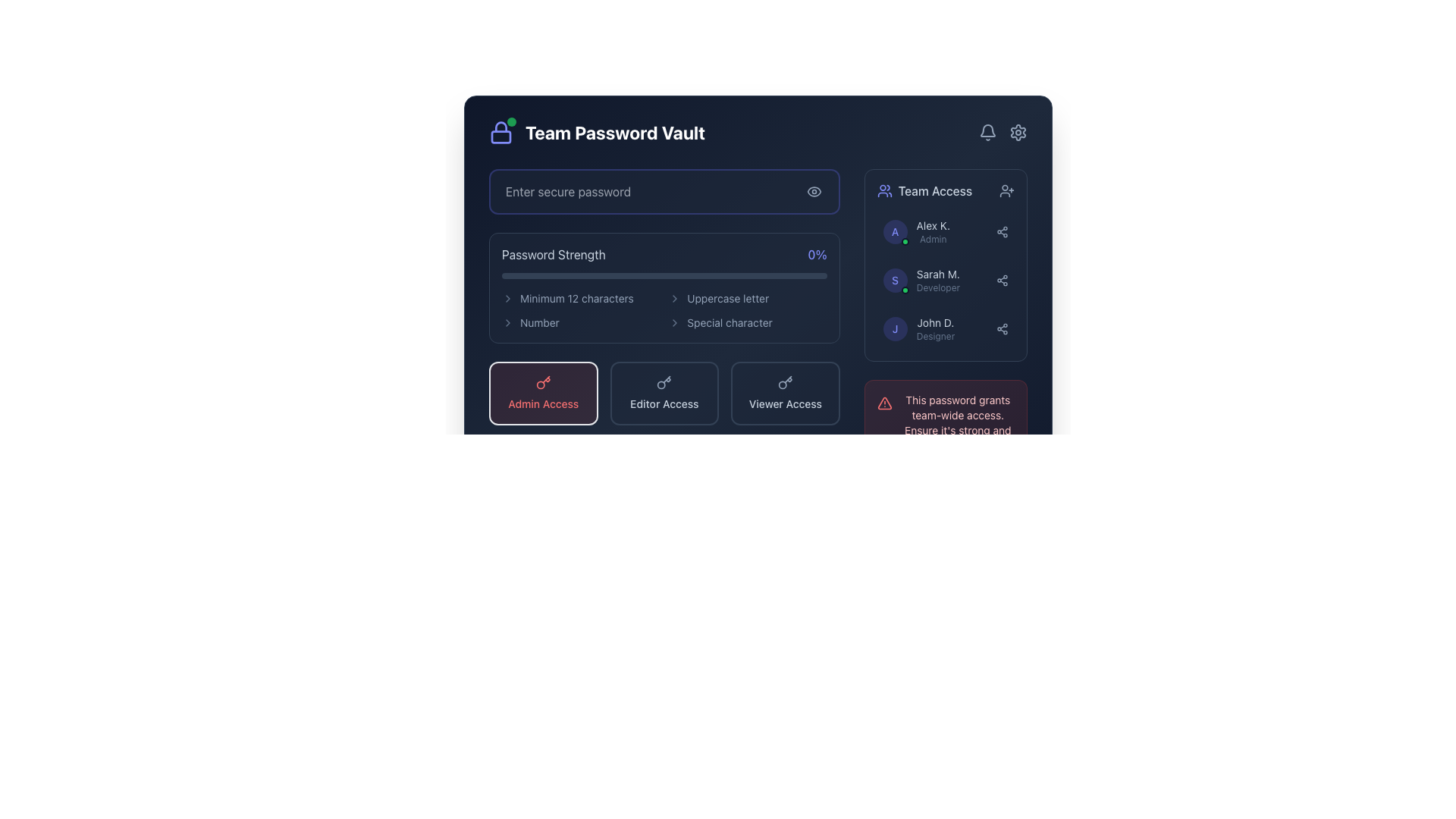 The width and height of the screenshot is (1456, 819). I want to click on the static text label indicating the designation 'Designer' of the user 'John D.' located at the bottom of the 'Team Access' sidebar panel, so click(934, 335).